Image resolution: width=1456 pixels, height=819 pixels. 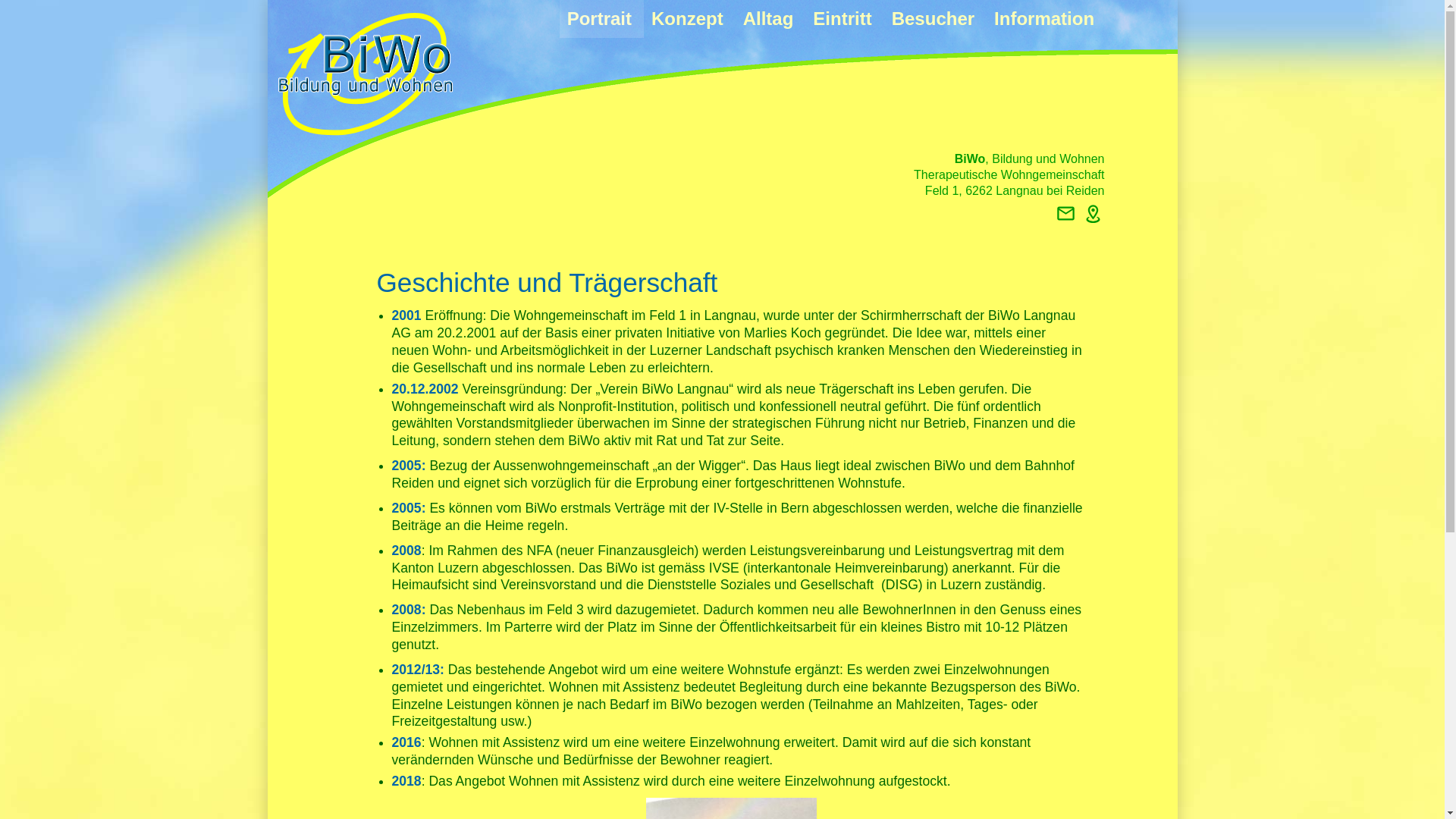 I want to click on 'Portrait', so click(x=601, y=18).